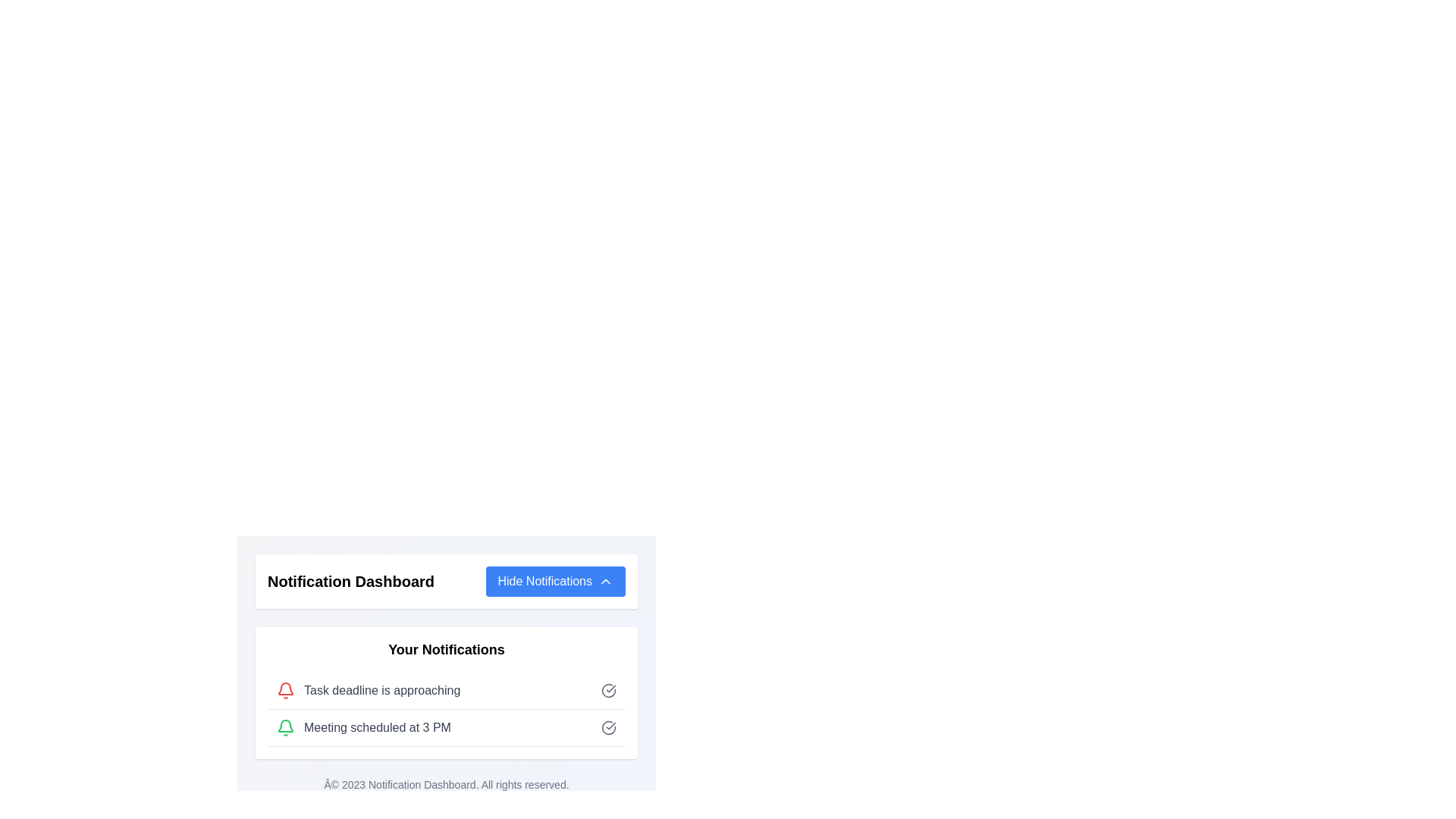 The height and width of the screenshot is (819, 1456). What do you see at coordinates (554, 581) in the screenshot?
I see `the button located on the right-hand side of the 'Notification Dashboard' header` at bounding box center [554, 581].